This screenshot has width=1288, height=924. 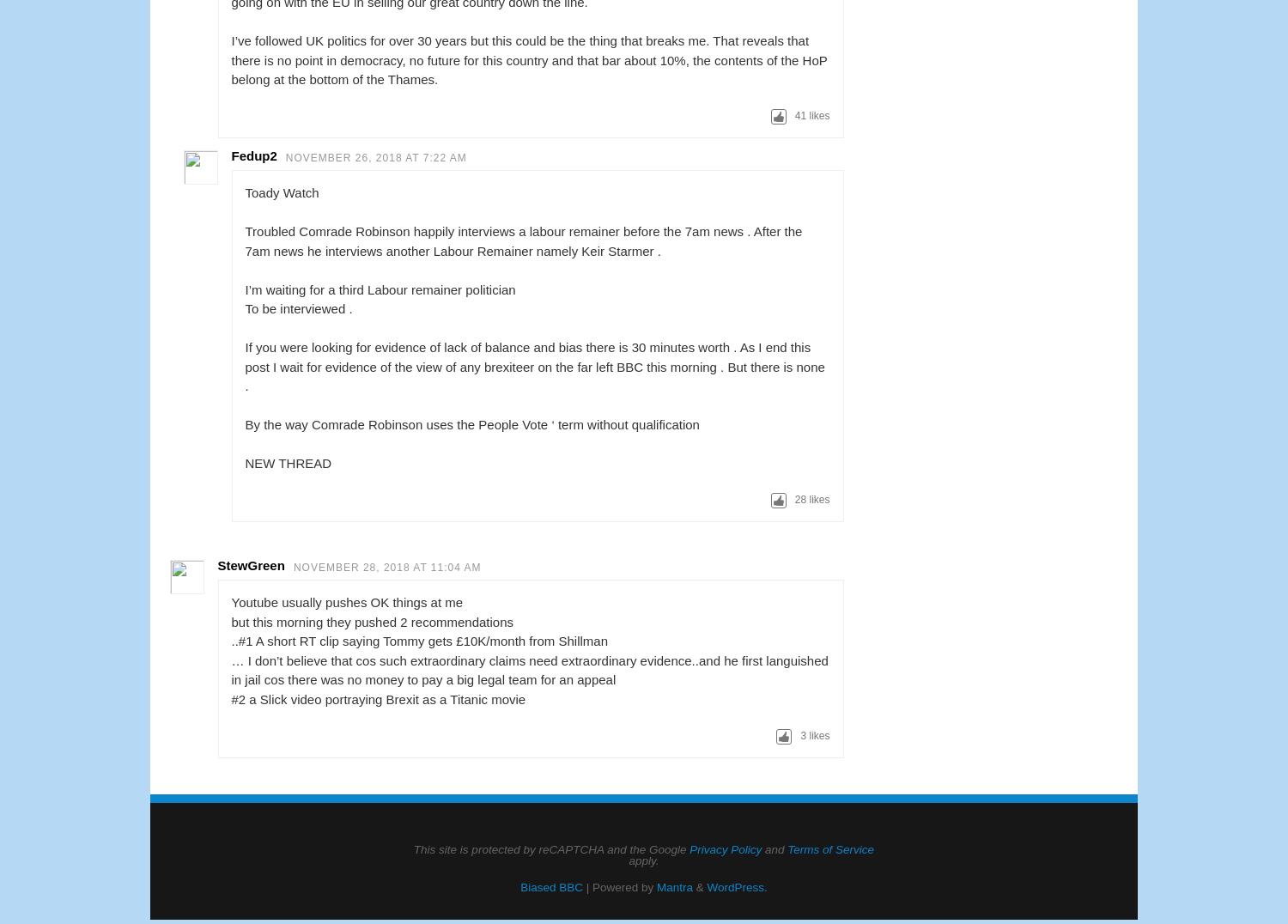 What do you see at coordinates (698, 887) in the screenshot?
I see `'&'` at bounding box center [698, 887].